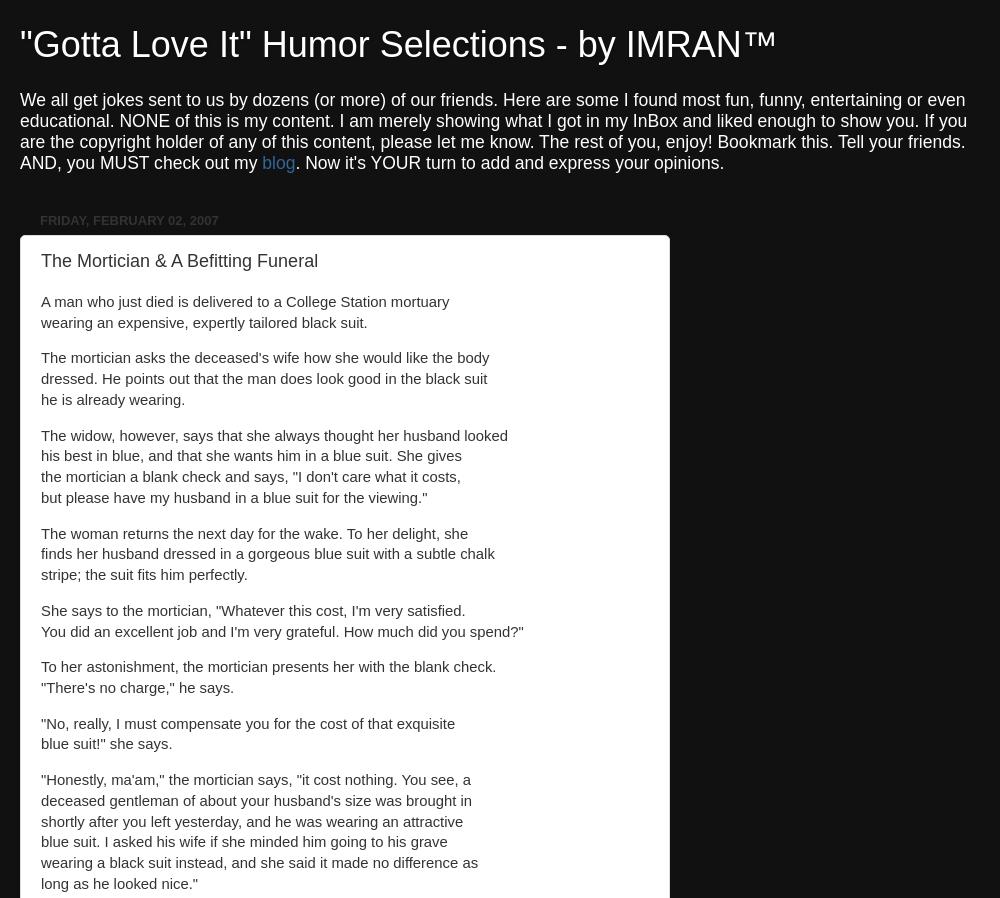 The height and width of the screenshot is (898, 1000). I want to click on 'blue suit!" she says.', so click(41, 743).